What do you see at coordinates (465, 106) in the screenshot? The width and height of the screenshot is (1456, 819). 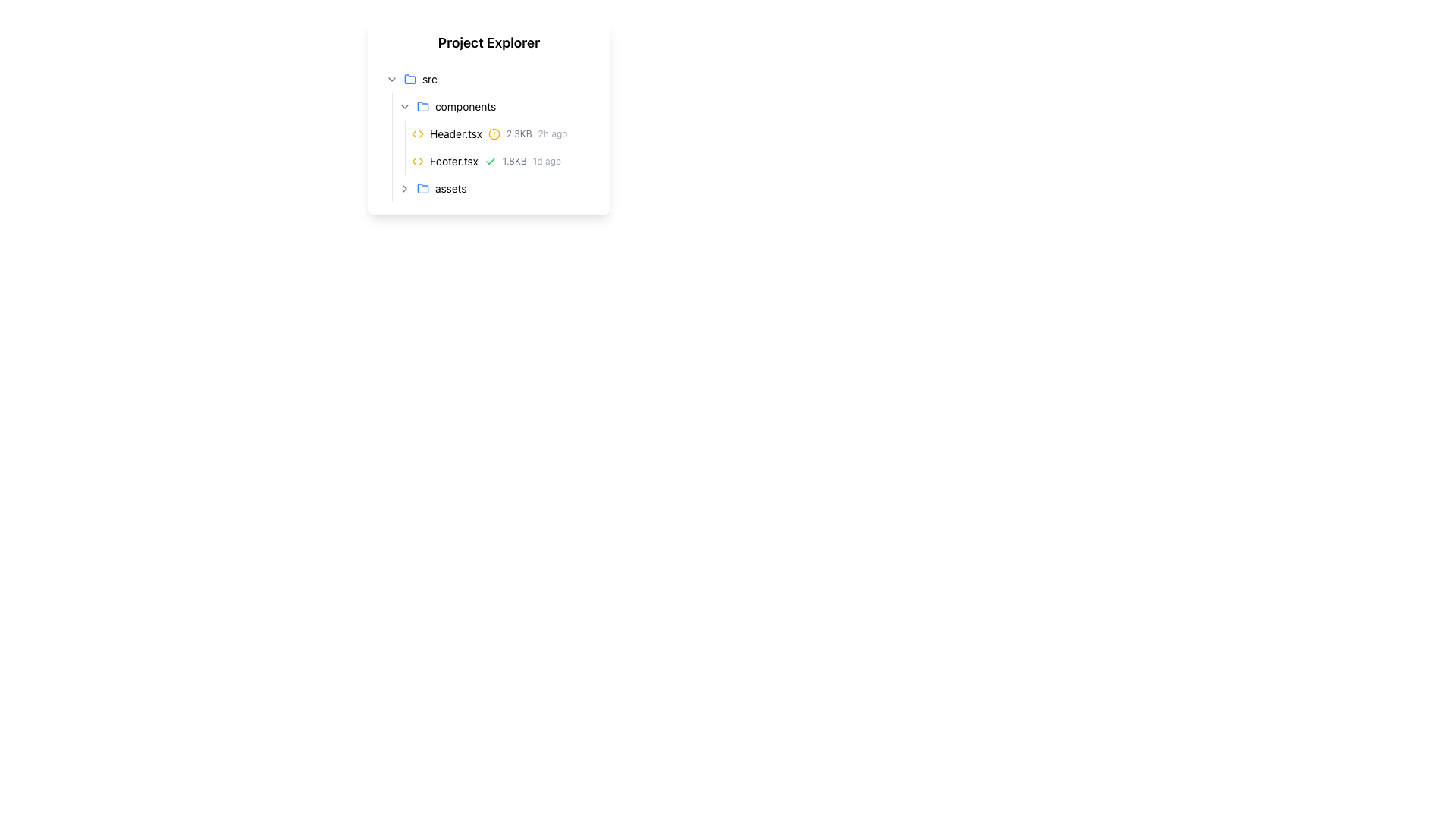 I see `the 'components' text label, which is styled with a small font size and is part of the Project Explorer navigation panel, located to the right of a folder icon` at bounding box center [465, 106].